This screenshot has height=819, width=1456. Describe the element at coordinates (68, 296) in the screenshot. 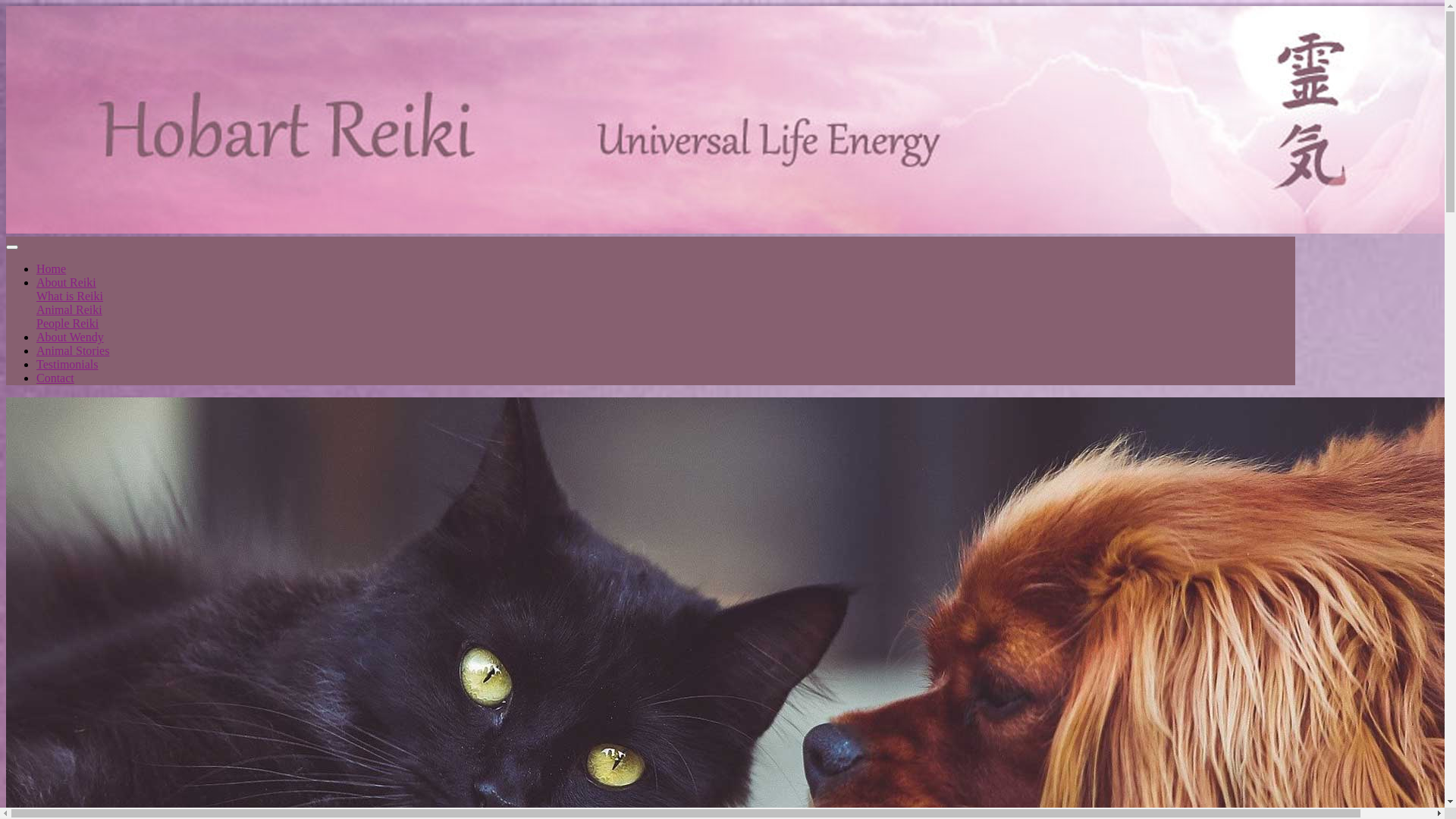

I see `'What is Reiki'` at that location.